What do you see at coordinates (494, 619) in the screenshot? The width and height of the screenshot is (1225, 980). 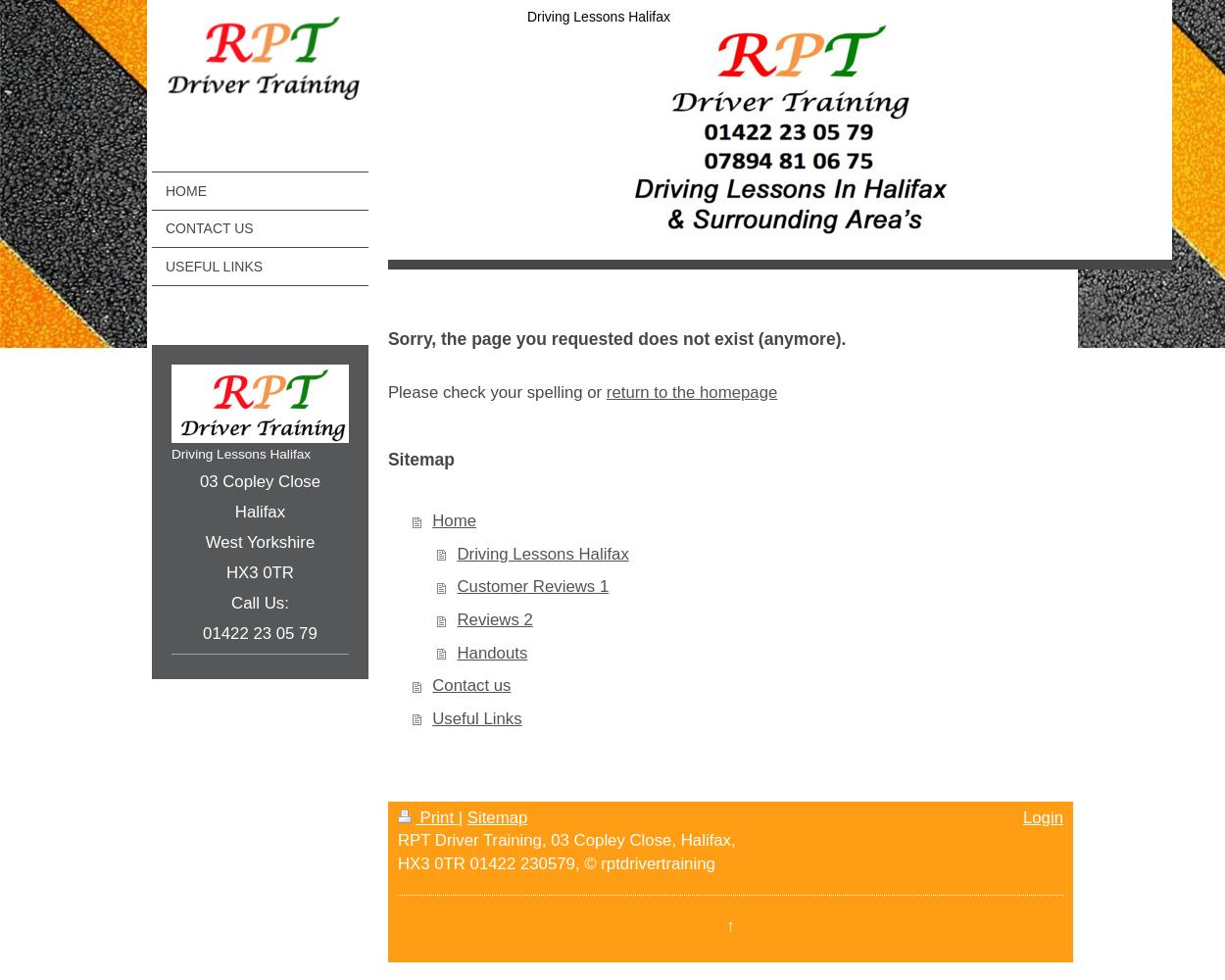 I see `'Reviews 2'` at bounding box center [494, 619].